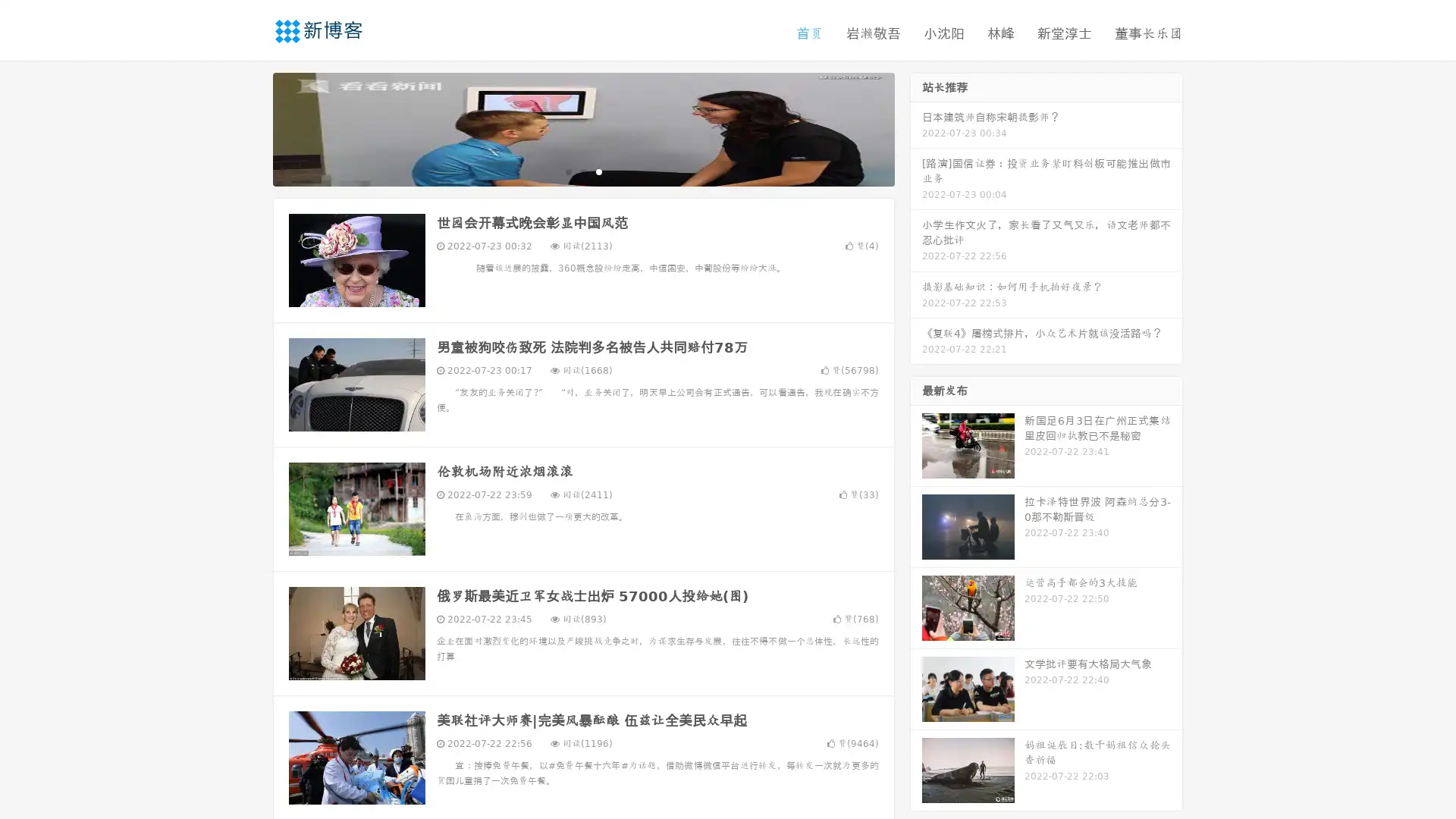 This screenshot has width=1456, height=819. Describe the element at coordinates (916, 127) in the screenshot. I see `Next slide` at that location.